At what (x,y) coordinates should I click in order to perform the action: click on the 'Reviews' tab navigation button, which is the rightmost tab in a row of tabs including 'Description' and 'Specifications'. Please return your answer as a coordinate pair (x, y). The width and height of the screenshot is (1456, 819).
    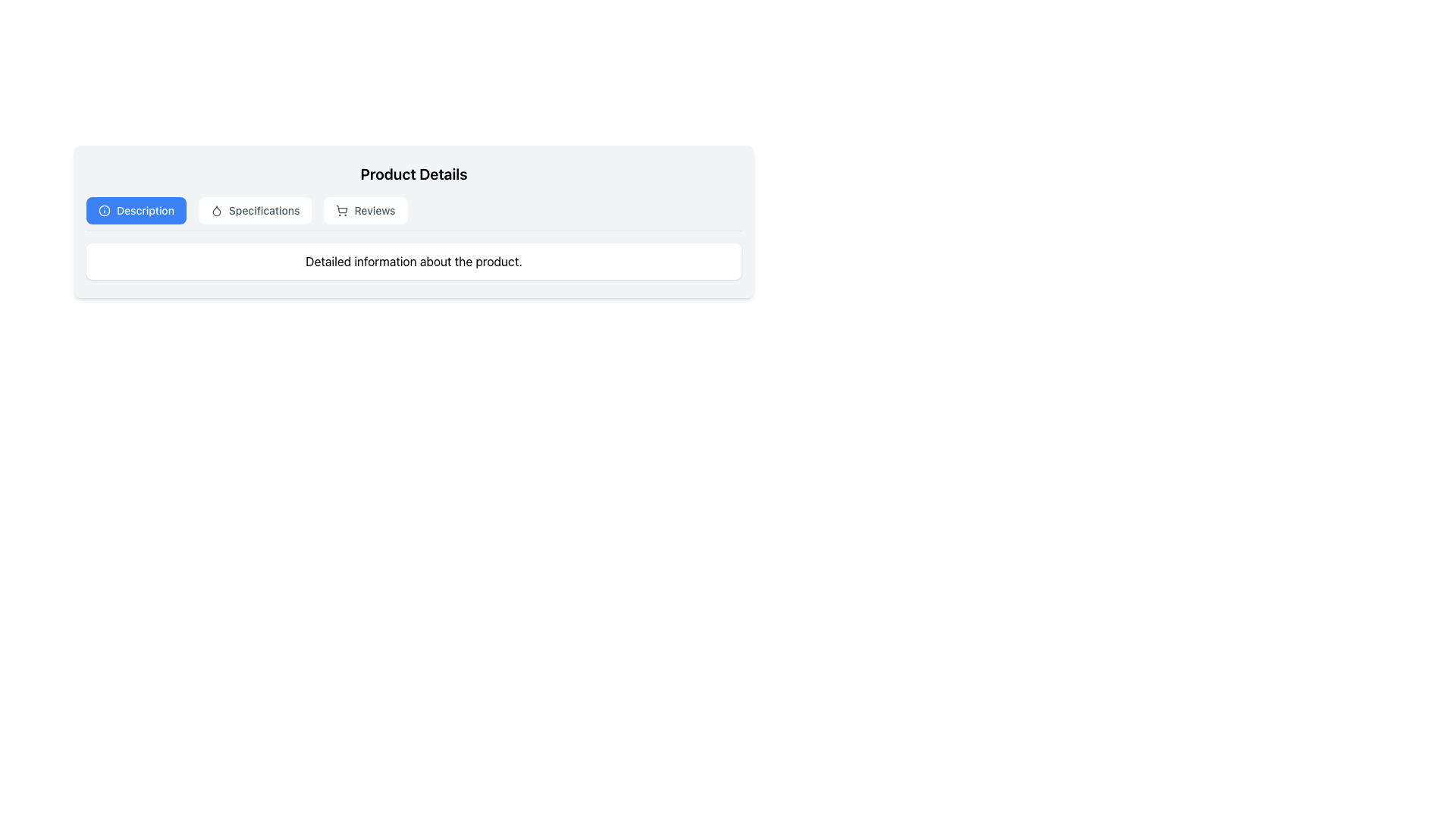
    Looking at the image, I should click on (366, 210).